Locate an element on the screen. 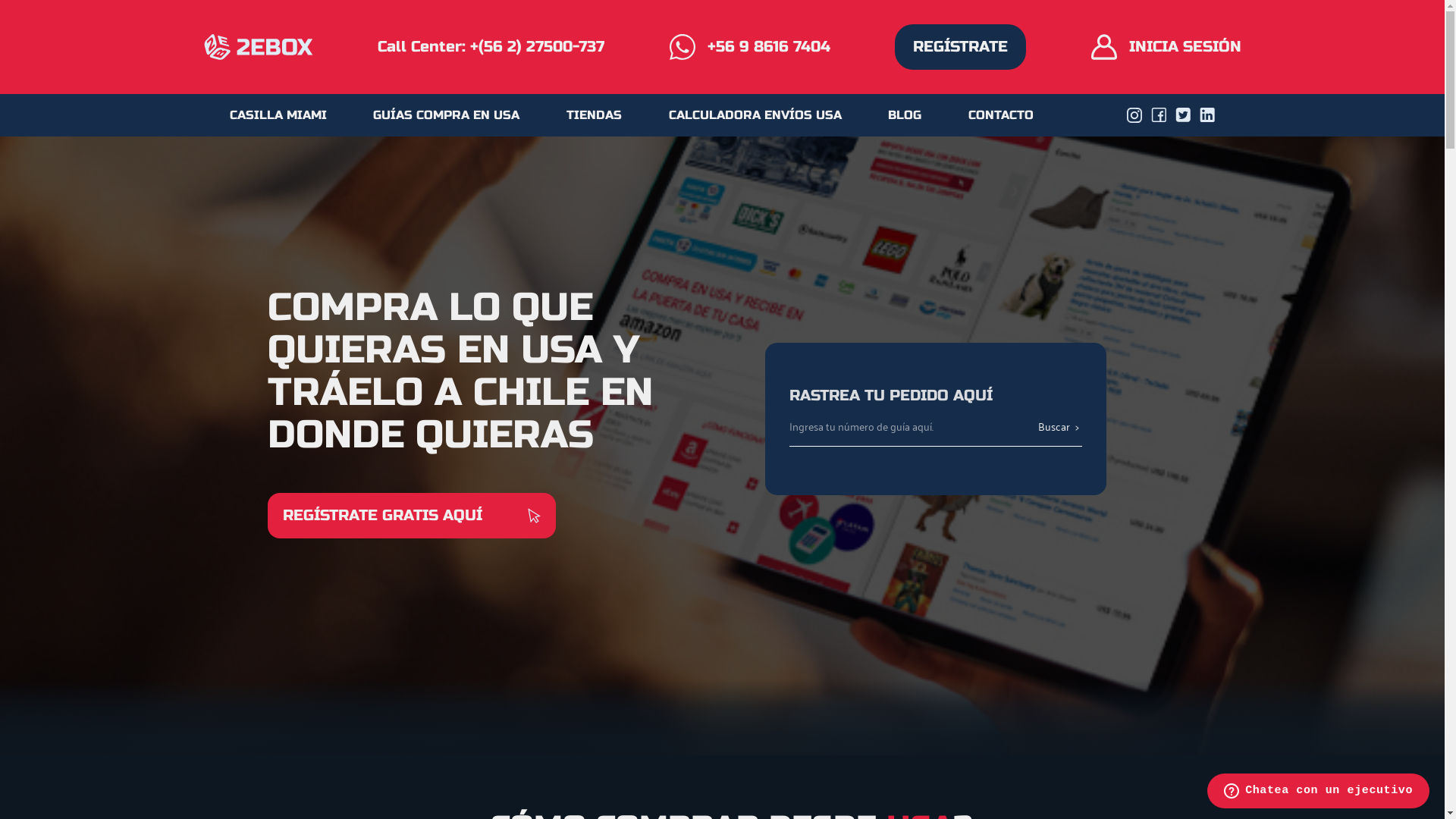  'twitter' is located at coordinates (1175, 114).